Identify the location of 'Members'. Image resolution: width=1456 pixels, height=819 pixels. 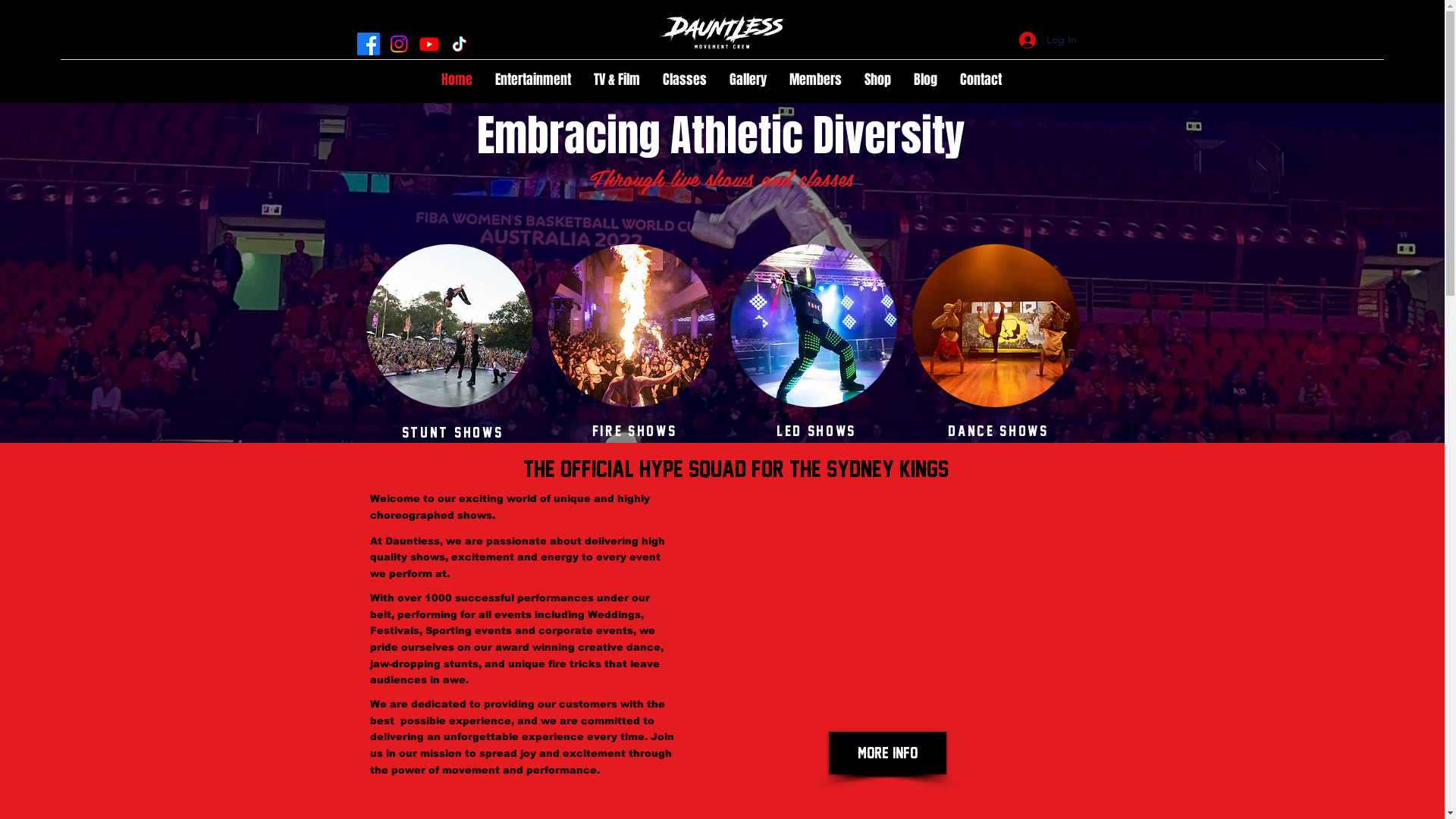
(814, 80).